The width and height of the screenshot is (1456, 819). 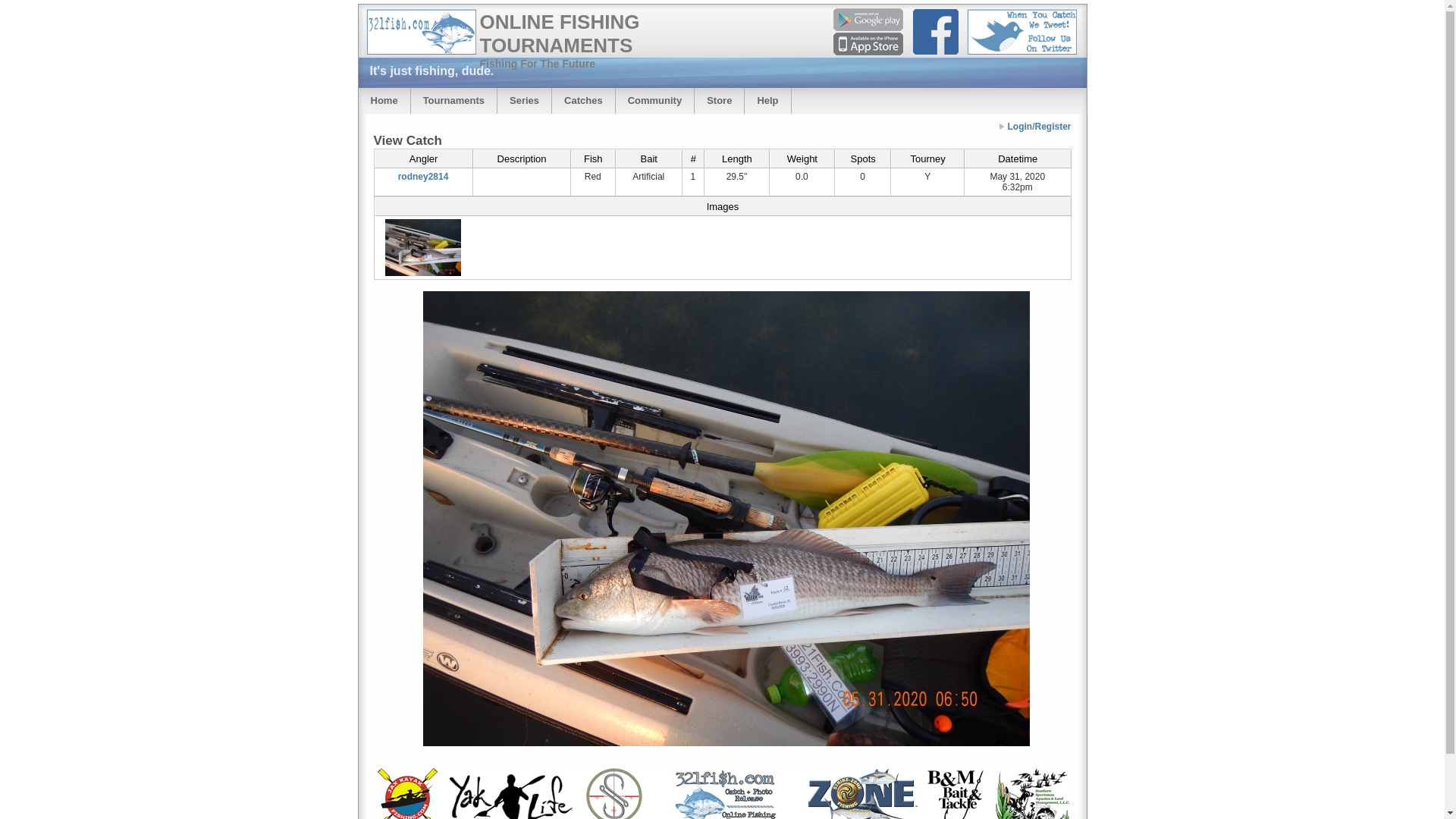 What do you see at coordinates (558, 33) in the screenshot?
I see `'ONLINE FISHING TOURNAMENTS'` at bounding box center [558, 33].